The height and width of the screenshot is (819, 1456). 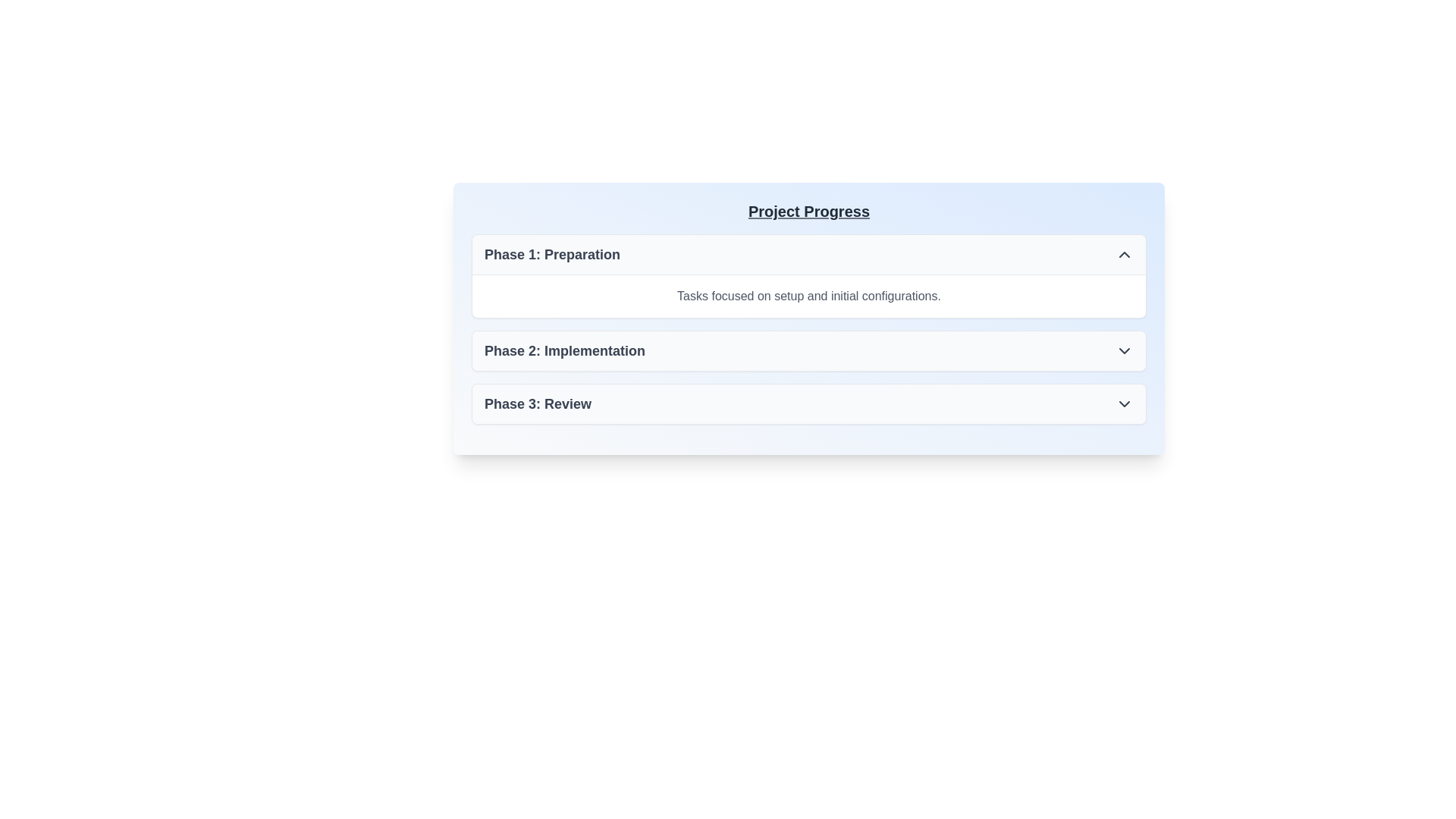 I want to click on the interactive list item labeled 'Phase 3: Review' for accessibility navigation, so click(x=808, y=403).